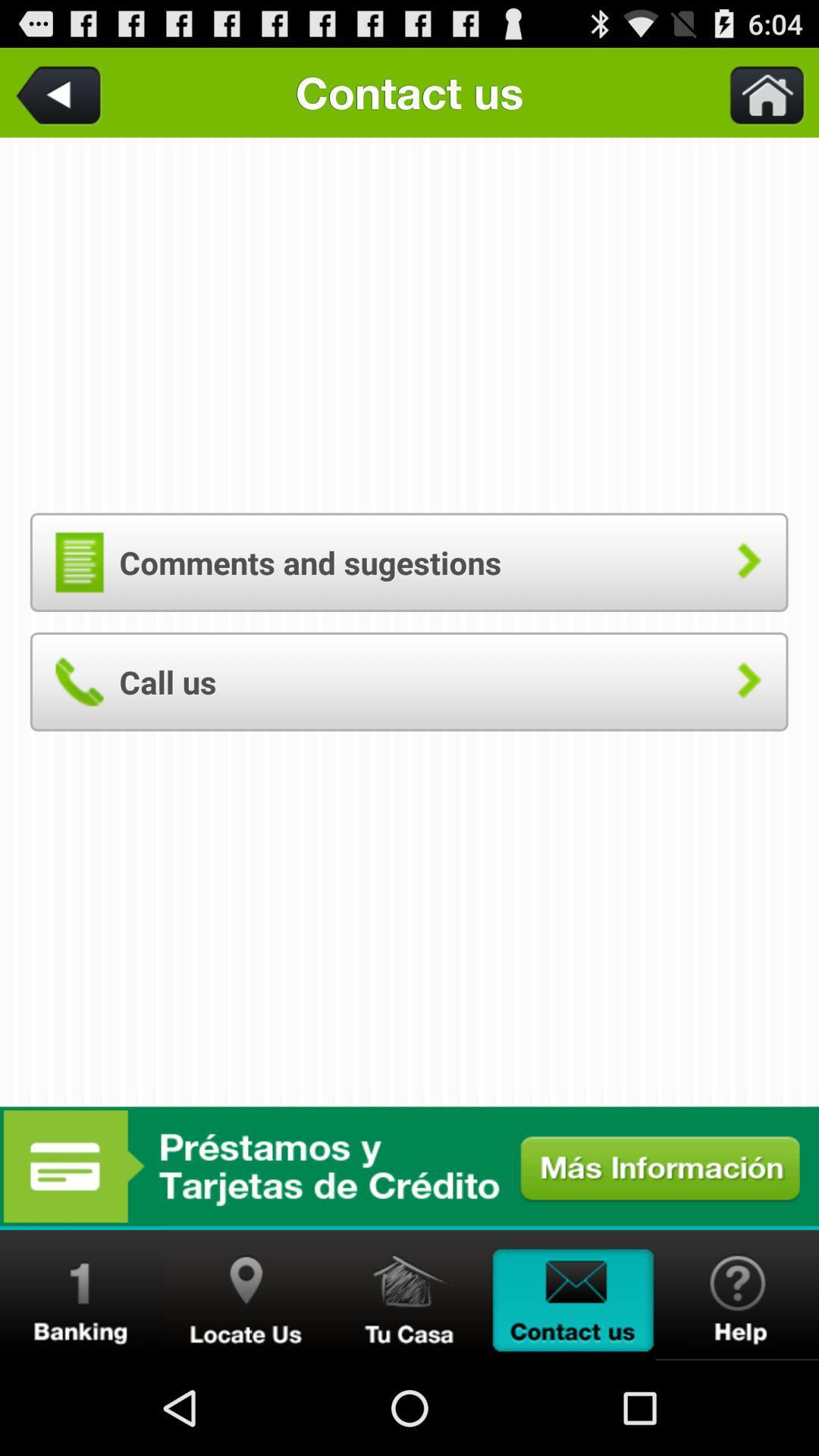 This screenshot has width=819, height=1456. Describe the element at coordinates (61, 98) in the screenshot. I see `the arrow_backward icon` at that location.